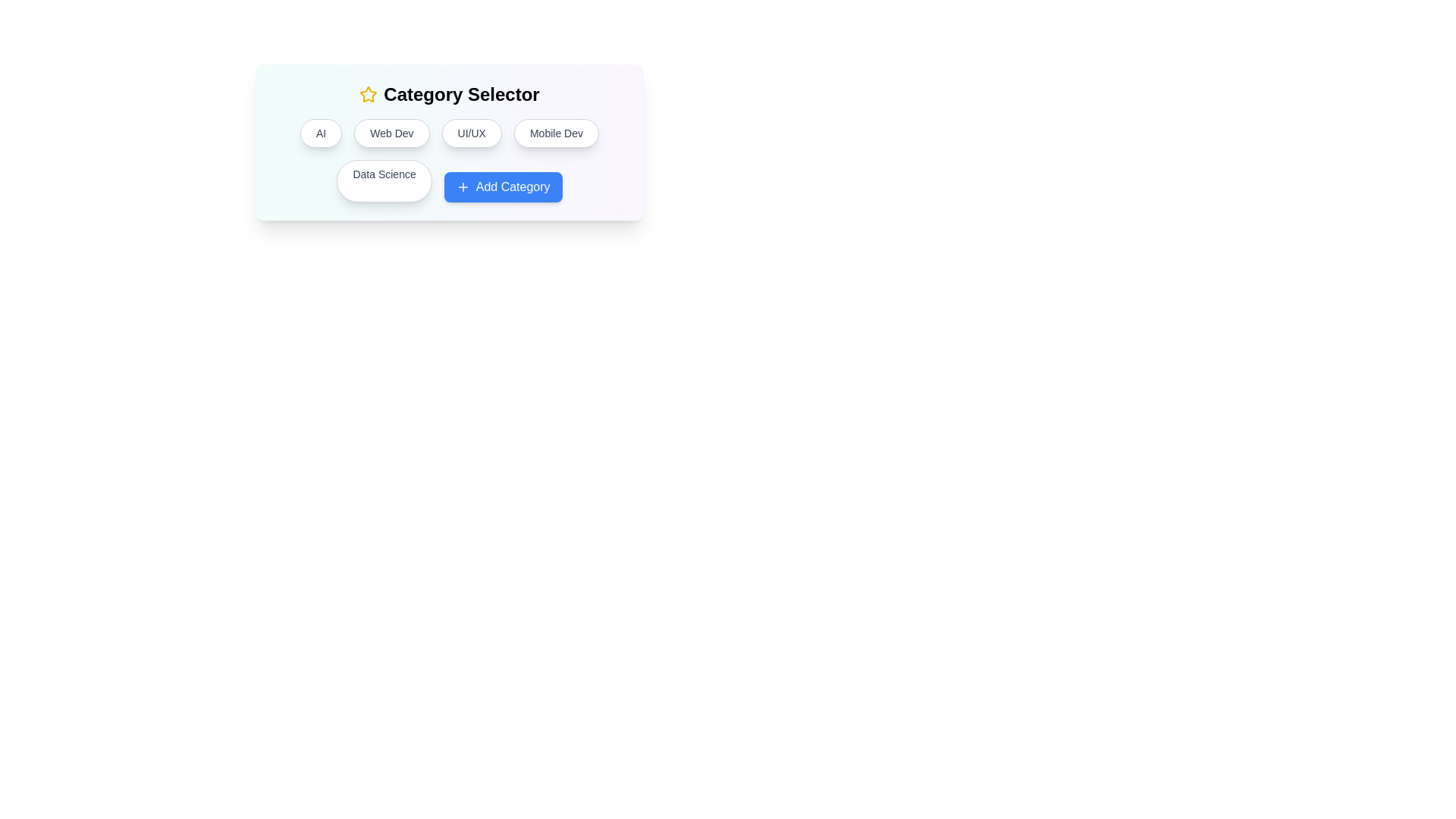 This screenshot has height=819, width=1456. I want to click on the category button labeled 'AI', so click(320, 133).